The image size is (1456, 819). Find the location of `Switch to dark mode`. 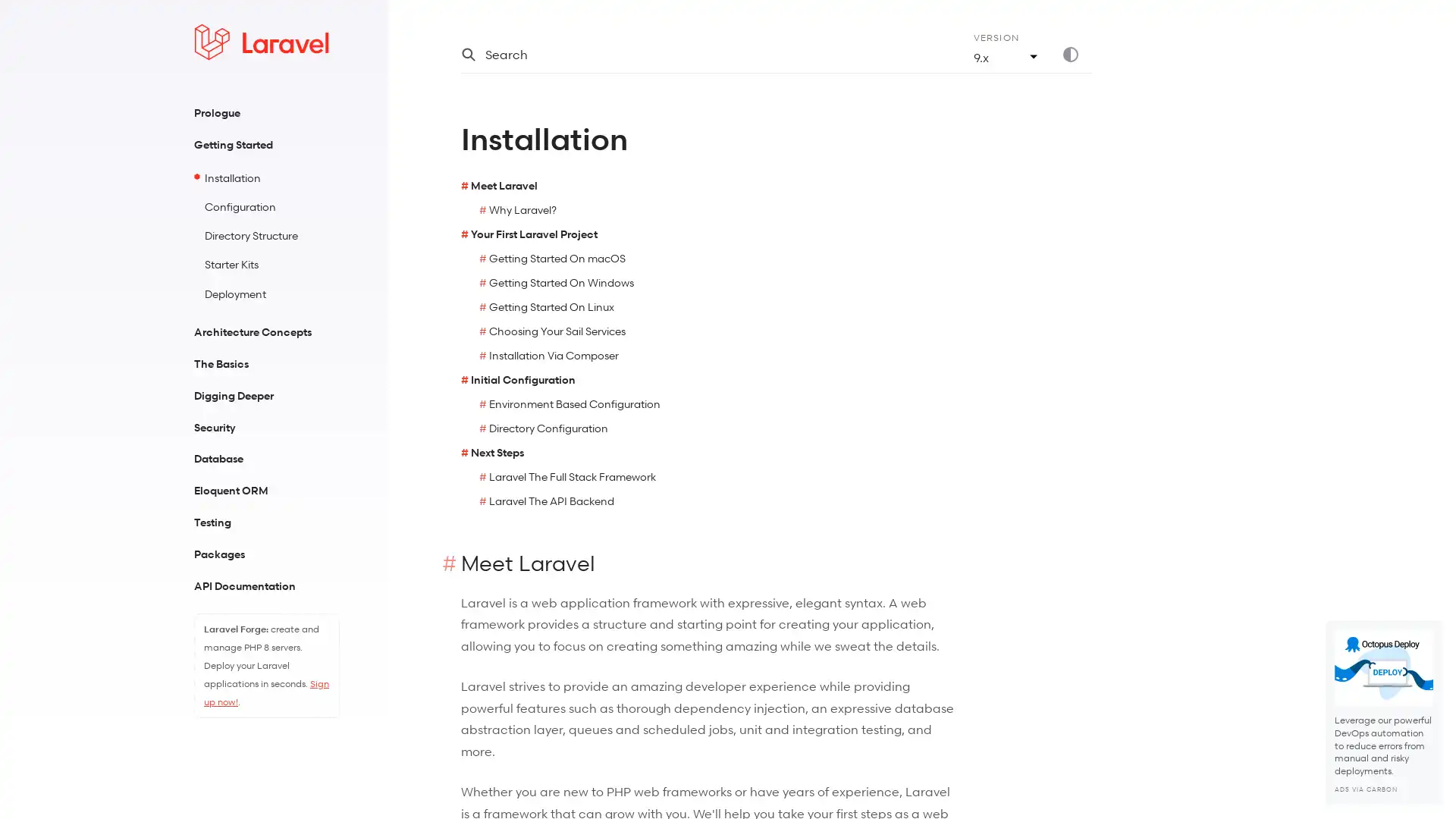

Switch to dark mode is located at coordinates (1076, 54).